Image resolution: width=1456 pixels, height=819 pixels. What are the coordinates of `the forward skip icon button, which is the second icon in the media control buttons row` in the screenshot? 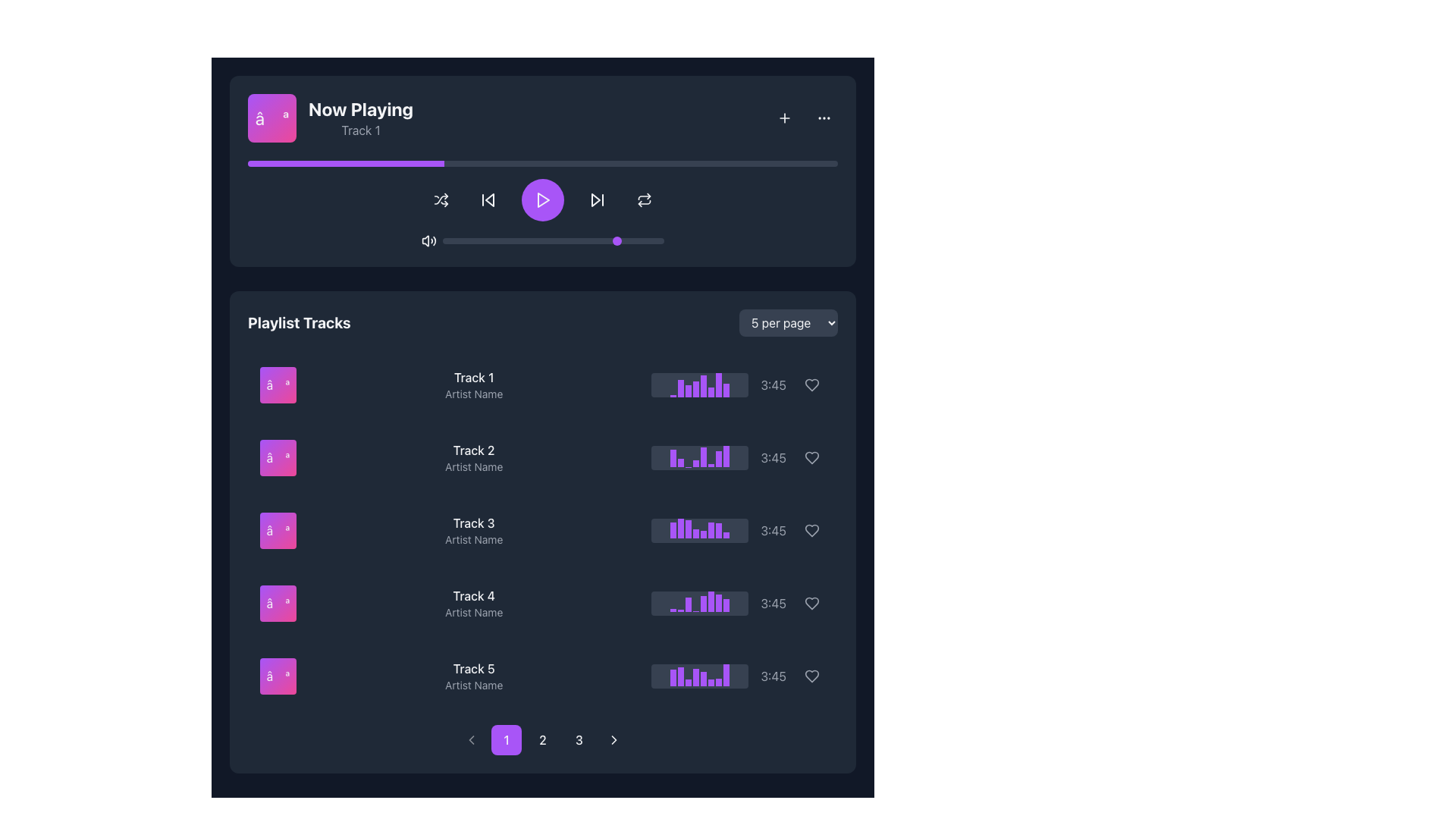 It's located at (596, 199).